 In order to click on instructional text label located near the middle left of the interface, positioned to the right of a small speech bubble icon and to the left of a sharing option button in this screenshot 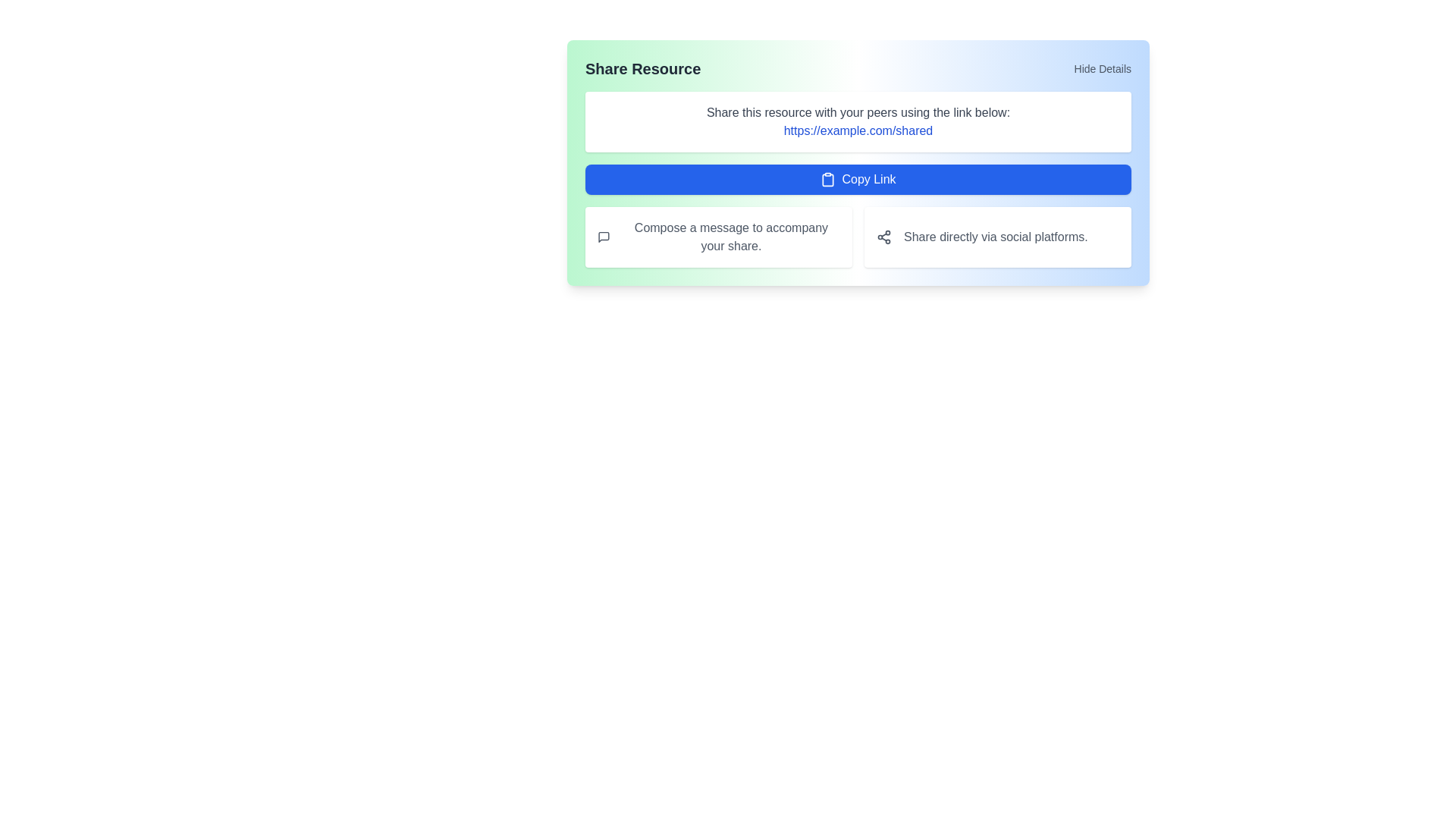, I will do `click(731, 237)`.